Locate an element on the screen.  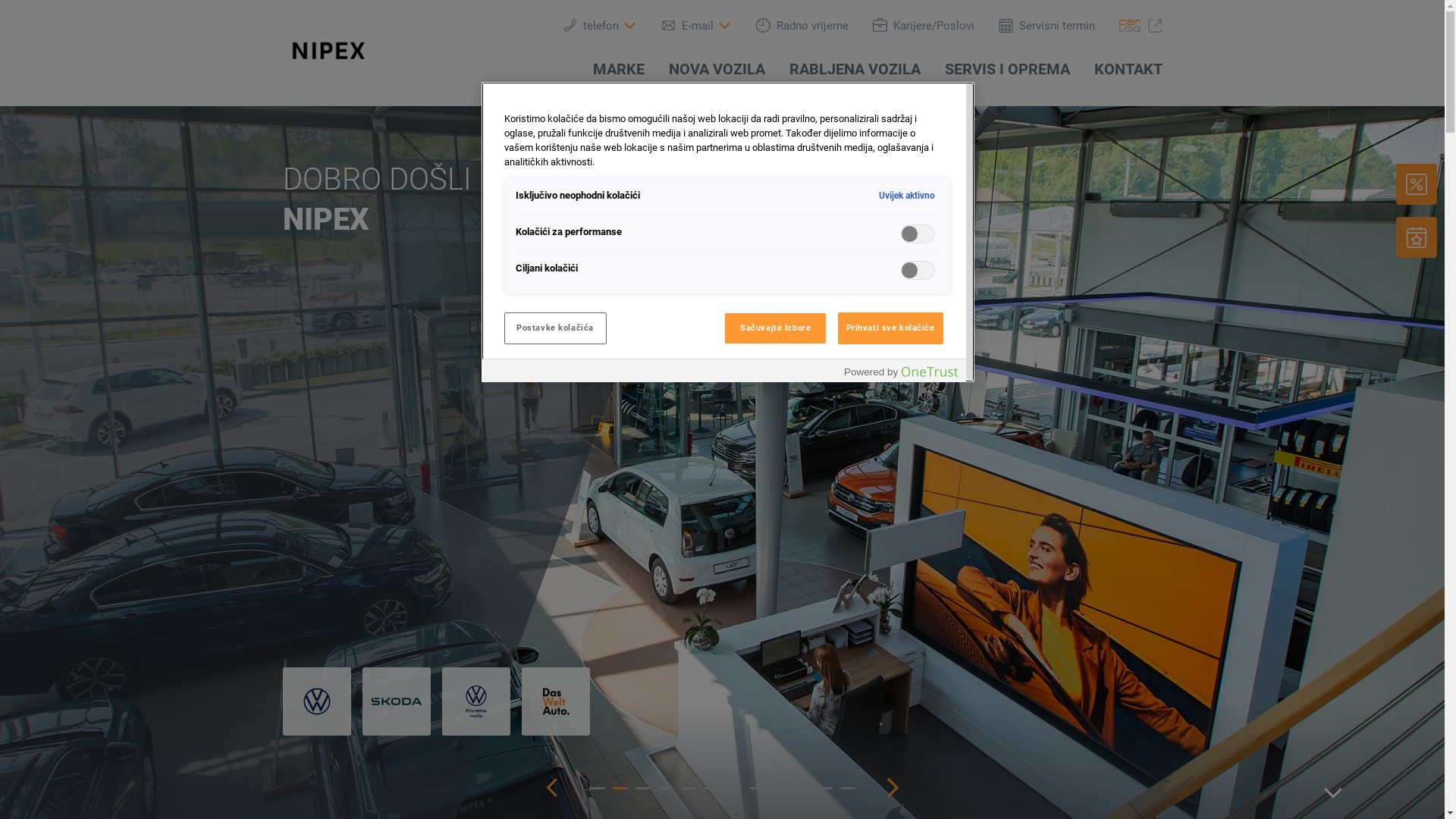
'telefon' is located at coordinates (599, 25).